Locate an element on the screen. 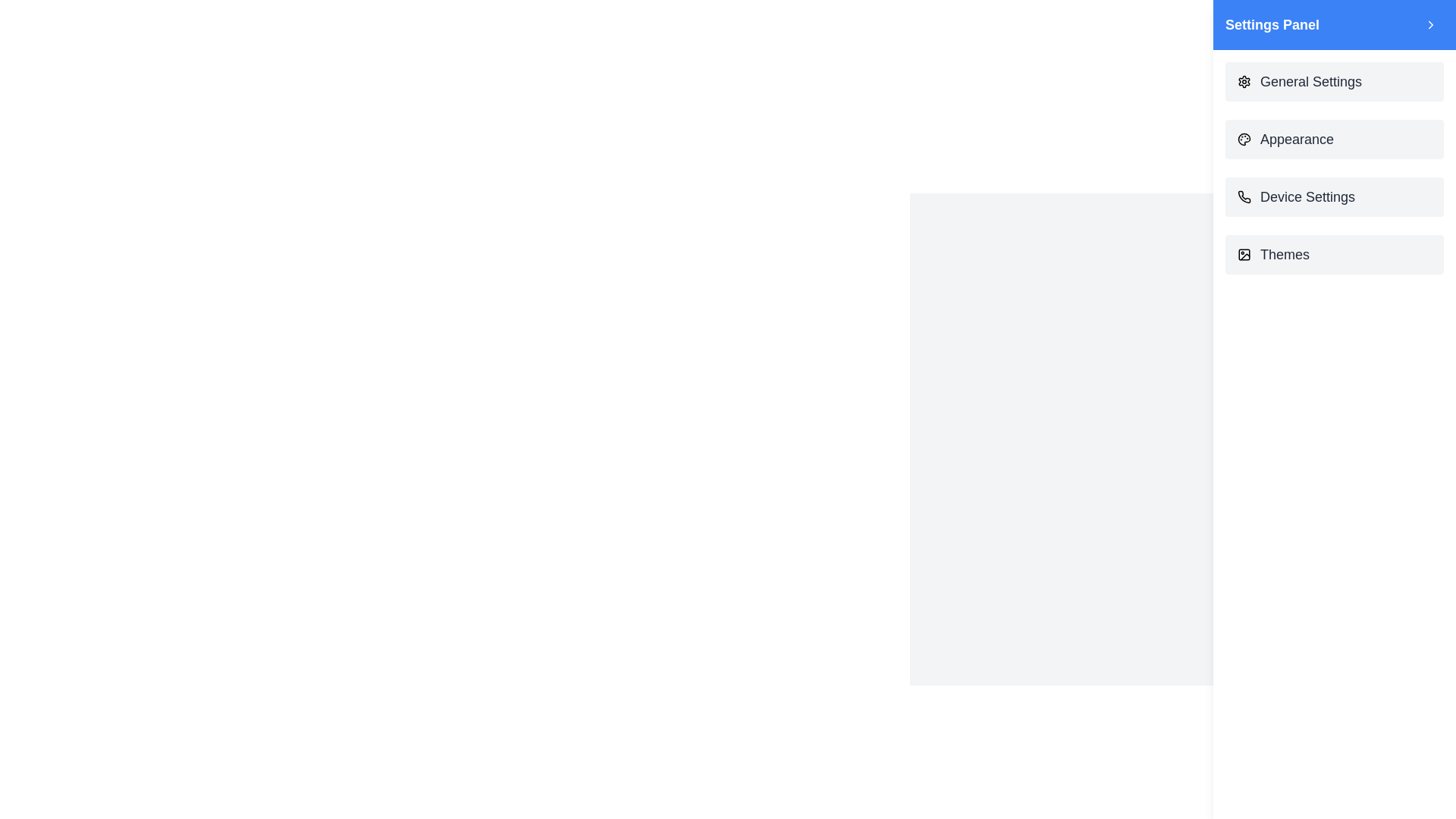 This screenshot has height=819, width=1456. the navigation button located at the top-right corner of the 'Settings Panel' is located at coordinates (1429, 25).